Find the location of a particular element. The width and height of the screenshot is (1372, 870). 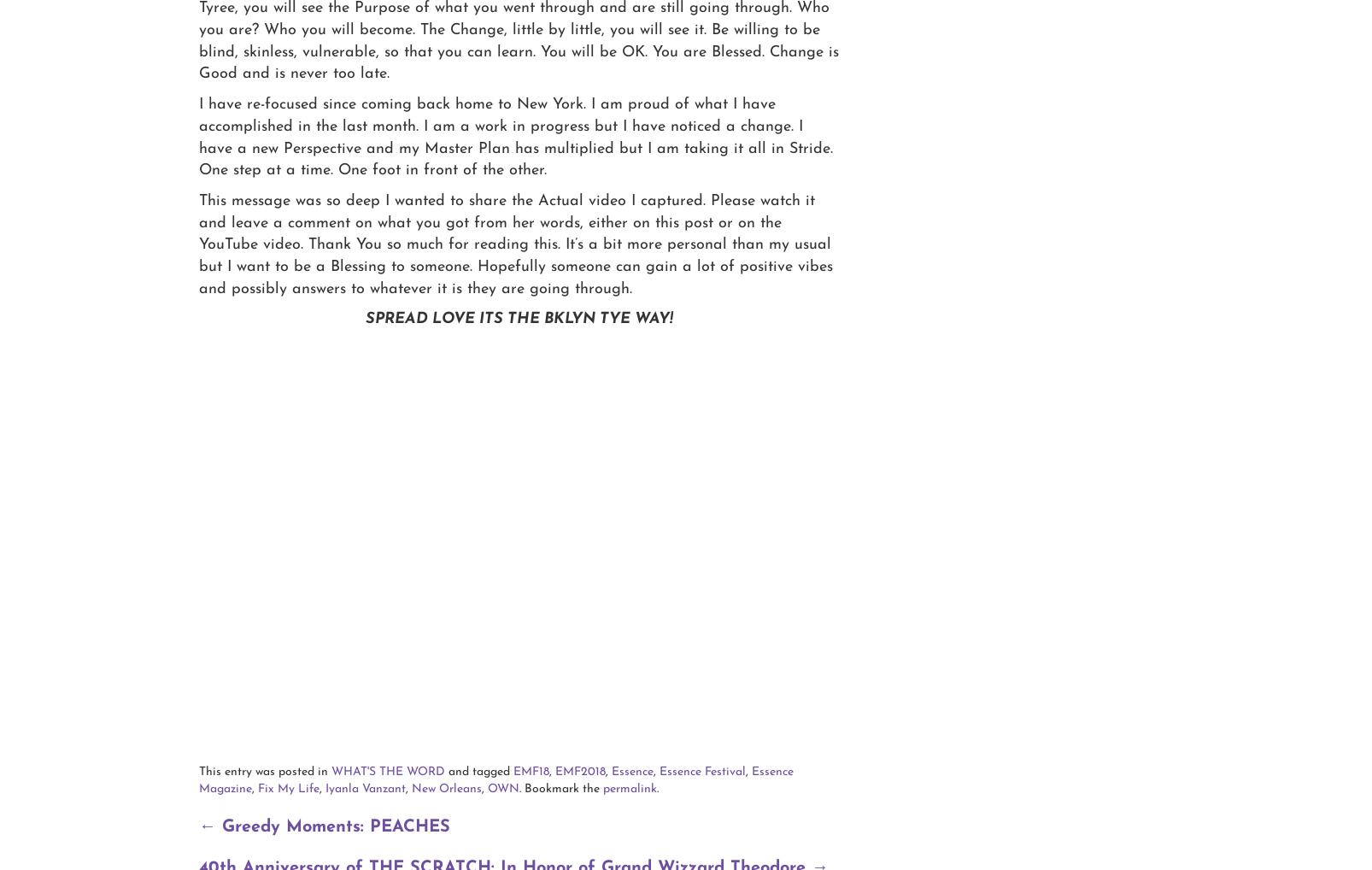

'This entry was posted in' is located at coordinates (265, 771).